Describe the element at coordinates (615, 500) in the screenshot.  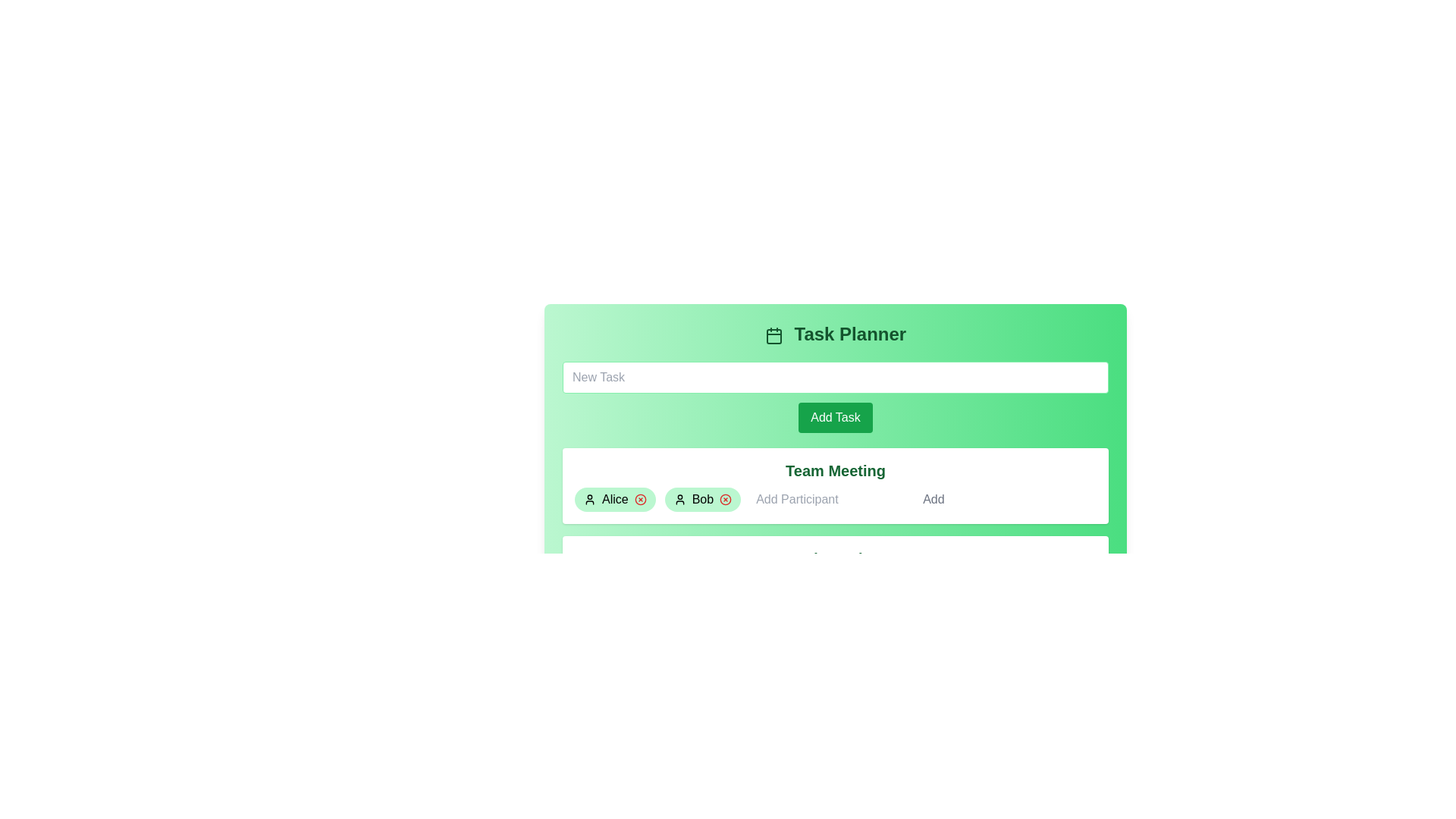
I see `the text label representing the participant 'Alice' in the 'Team Meeting' section for interaction` at that location.